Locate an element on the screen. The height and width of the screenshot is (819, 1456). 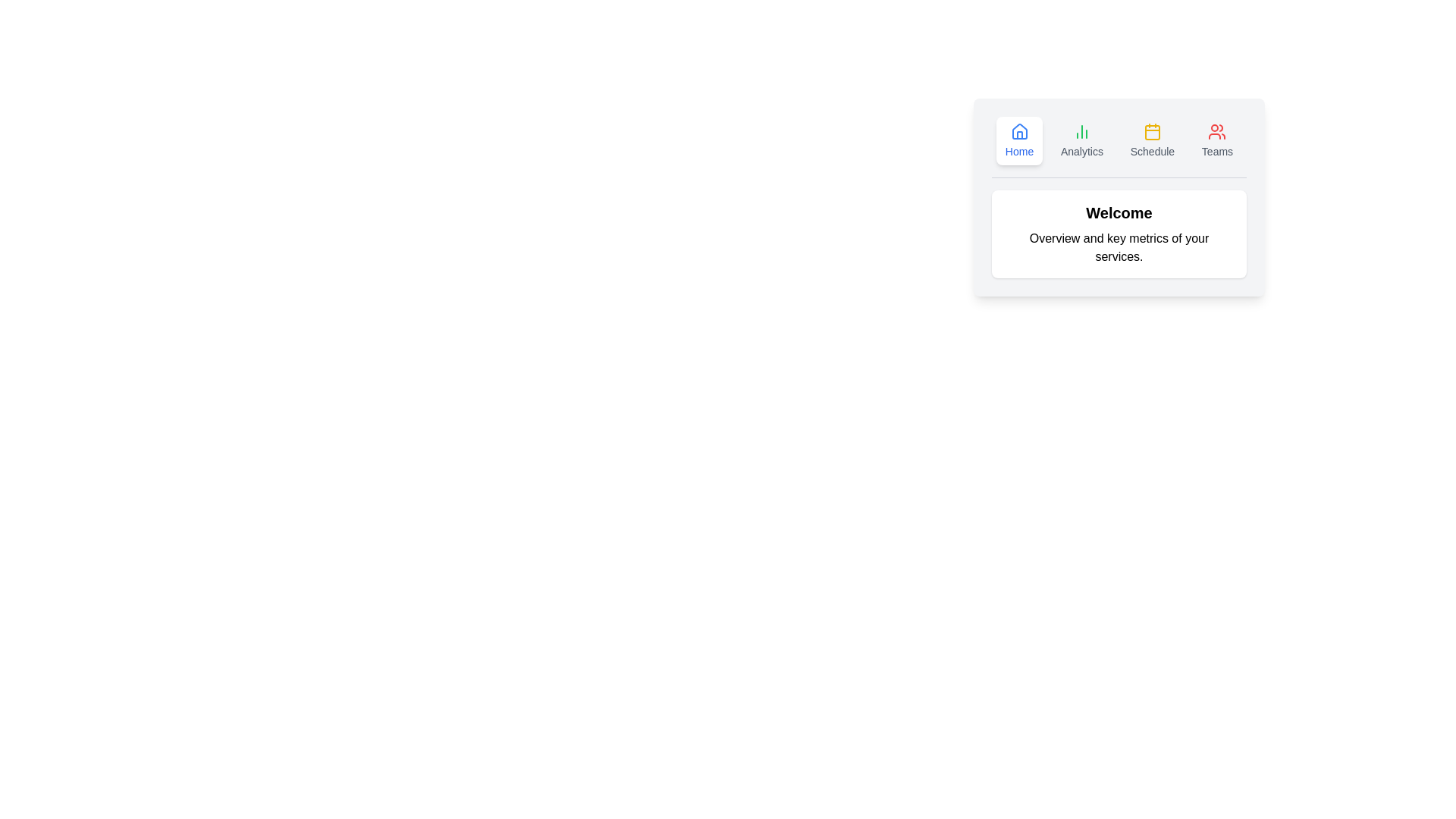
static text that provides descriptive information located directly beneath the bolded text 'Welcome' within the card-like structure is located at coordinates (1119, 247).